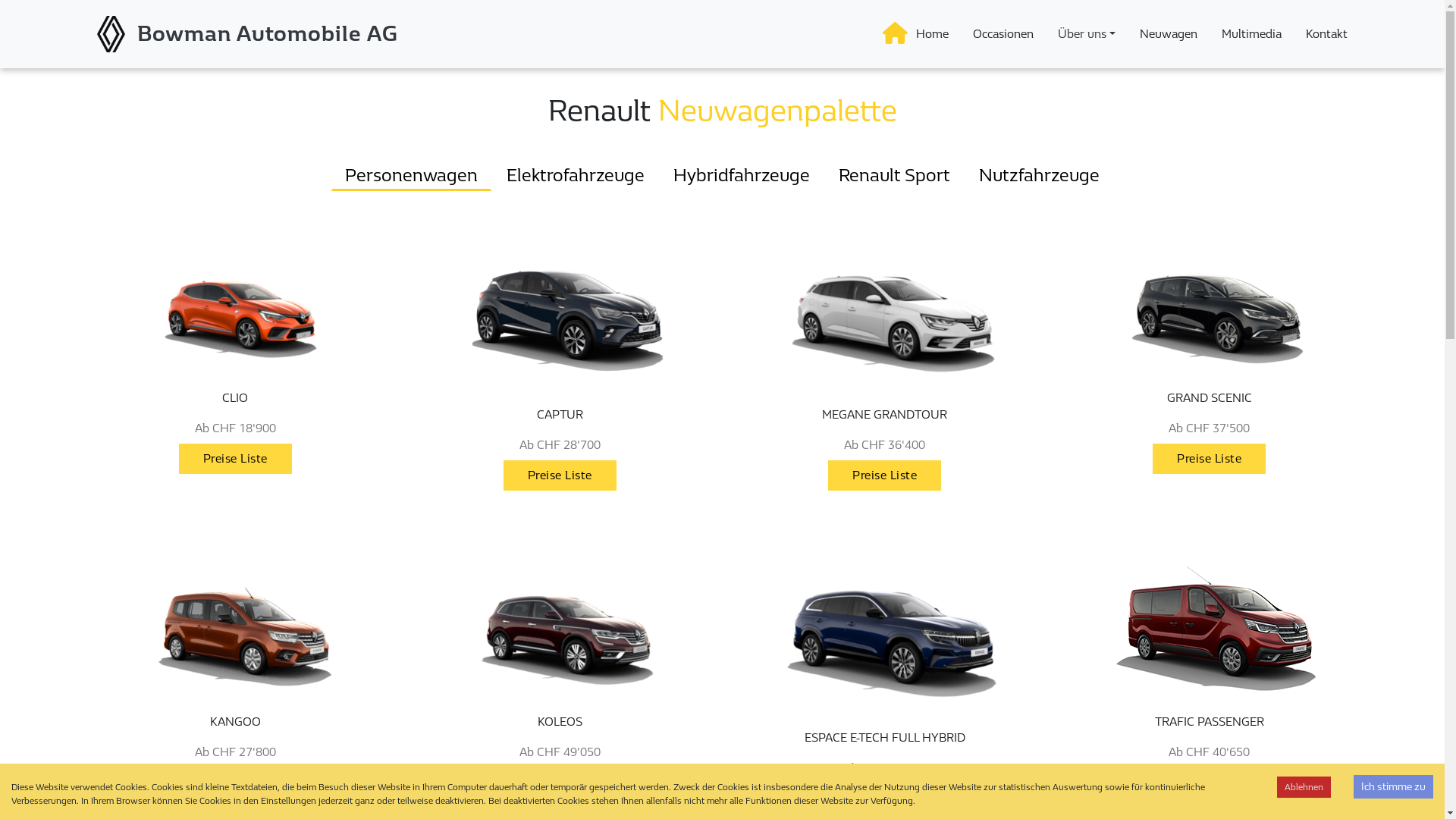 This screenshot has height=819, width=1456. I want to click on 'Preise Liste', so click(559, 475).